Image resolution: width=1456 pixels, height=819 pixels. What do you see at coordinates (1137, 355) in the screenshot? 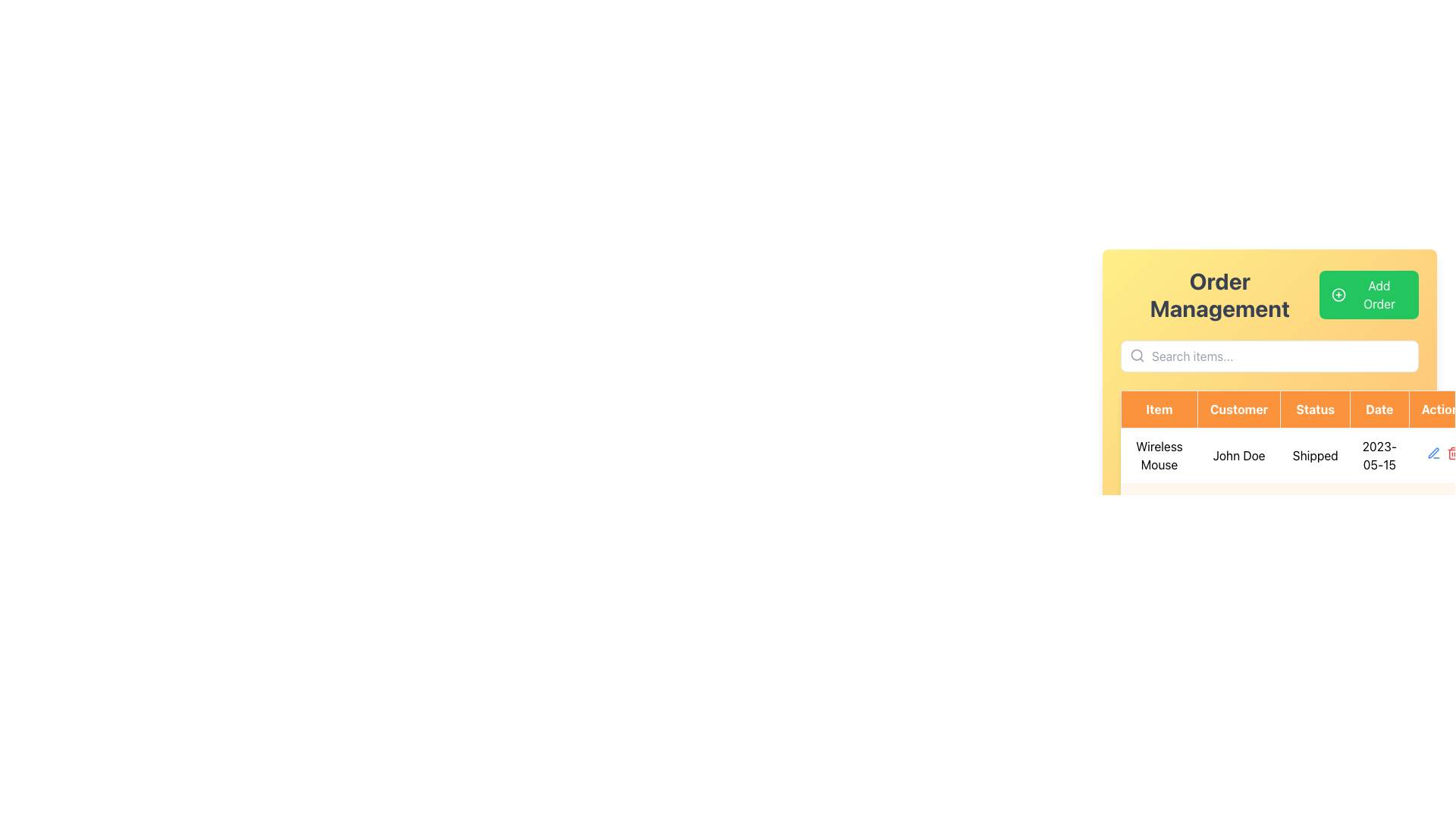
I see `the SVG Circle element that serves as part of the search icon in the 'Order Management' interface, located on the left side of the search input field` at bounding box center [1137, 355].